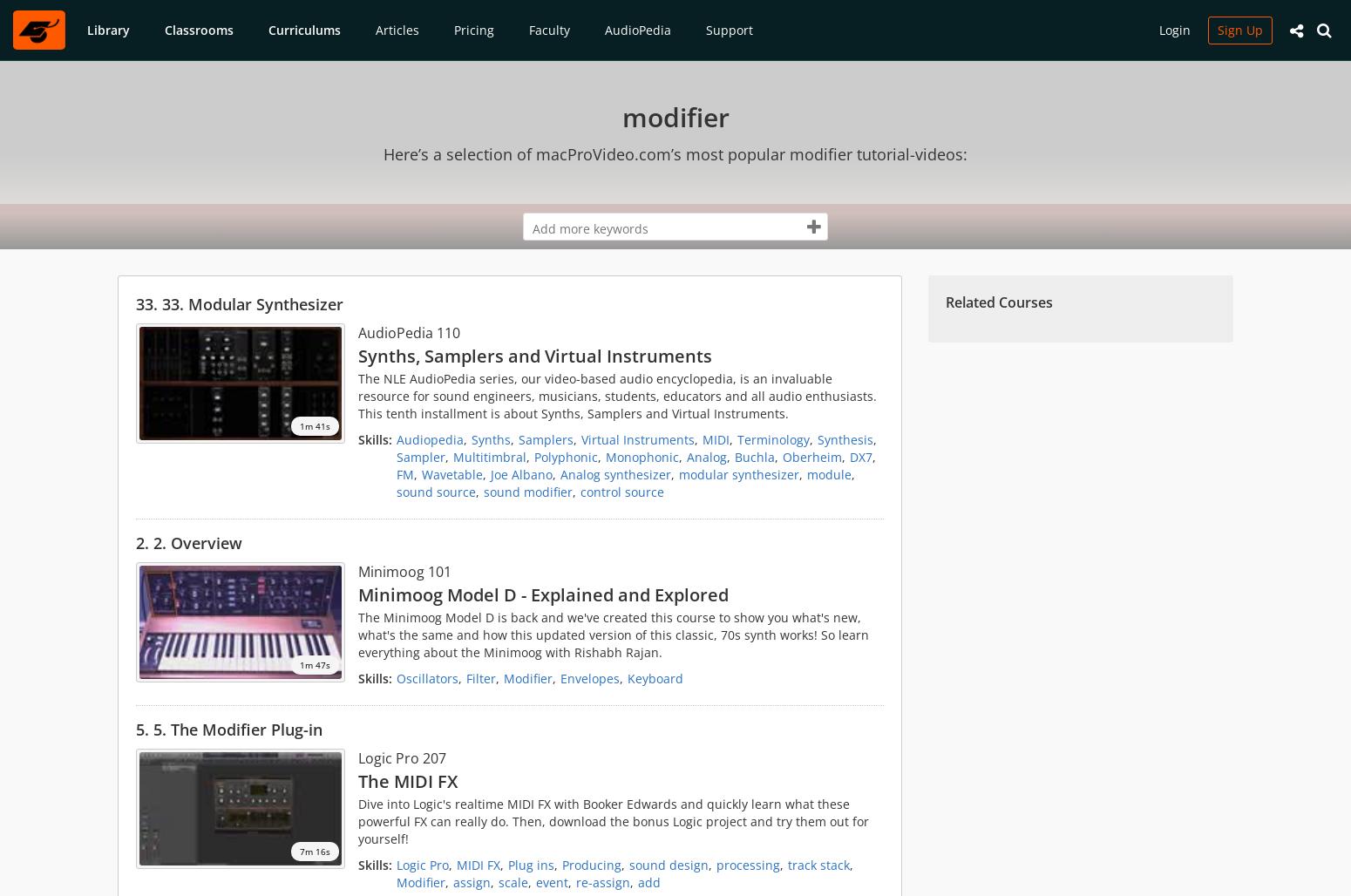 The width and height of the screenshot is (1351, 896). What do you see at coordinates (421, 864) in the screenshot?
I see `'Logic Pro'` at bounding box center [421, 864].